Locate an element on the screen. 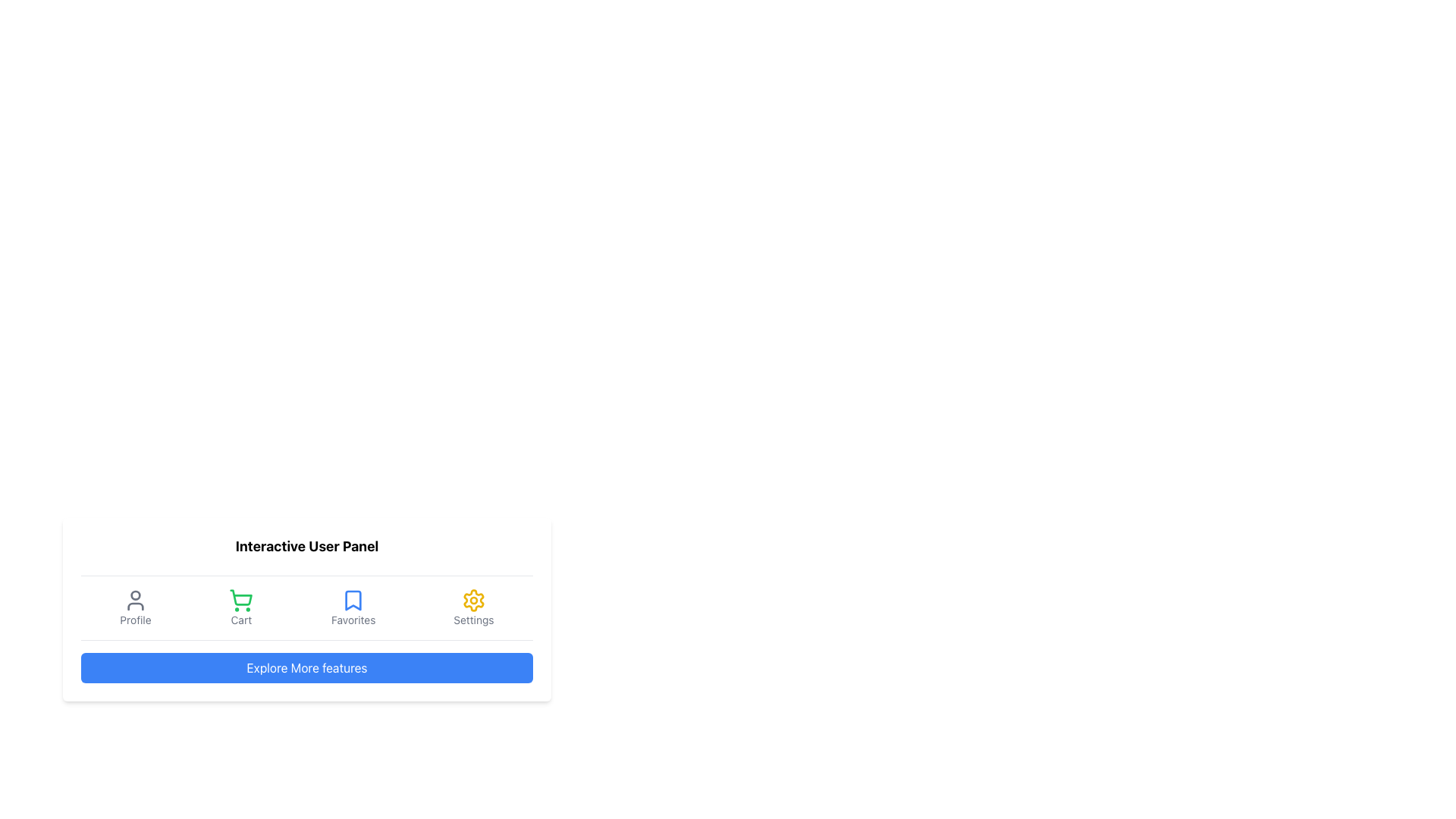 Image resolution: width=1456 pixels, height=819 pixels. the blue bookmark-shaped icon, which is the third icon from the left in the interactive panel, located between the green shopping cart icon and the yellow gear icon is located at coordinates (353, 599).